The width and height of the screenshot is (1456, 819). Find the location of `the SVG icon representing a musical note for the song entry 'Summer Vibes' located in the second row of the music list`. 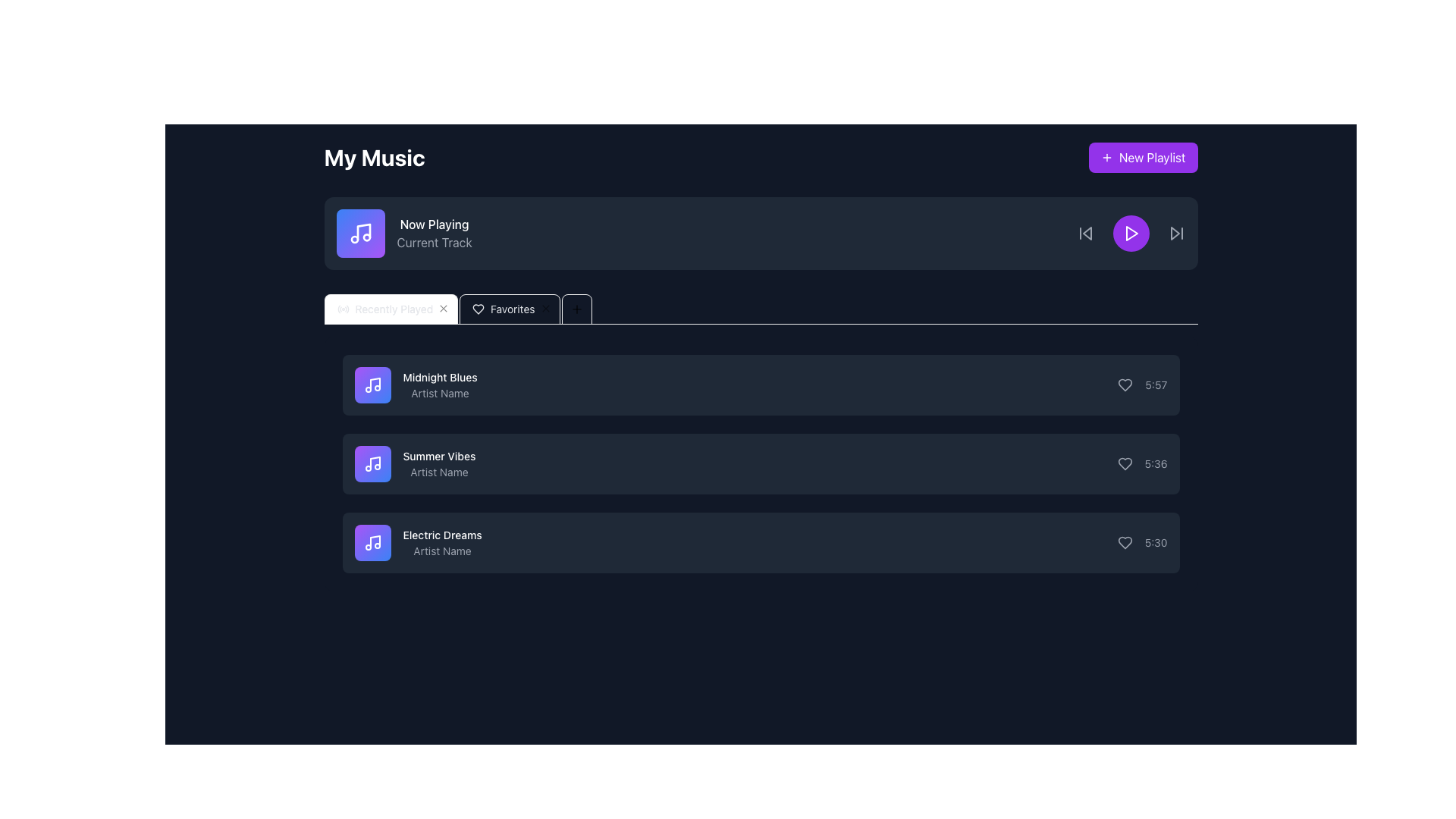

the SVG icon representing a musical note for the song entry 'Summer Vibes' located in the second row of the music list is located at coordinates (375, 462).